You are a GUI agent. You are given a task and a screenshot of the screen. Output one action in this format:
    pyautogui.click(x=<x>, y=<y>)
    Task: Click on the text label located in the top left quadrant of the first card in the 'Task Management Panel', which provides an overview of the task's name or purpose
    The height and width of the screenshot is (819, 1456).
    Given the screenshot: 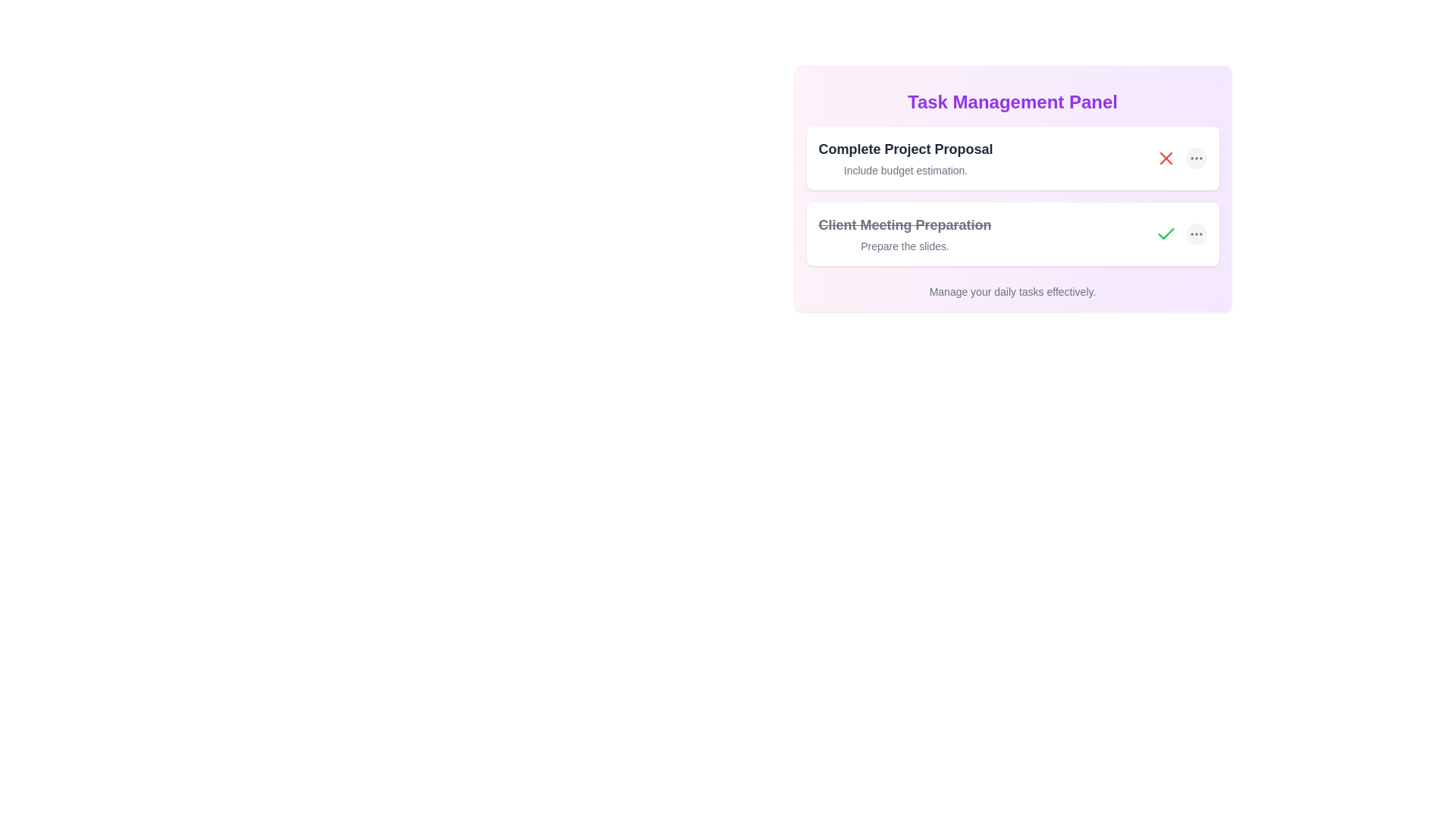 What is the action you would take?
    pyautogui.click(x=905, y=149)
    